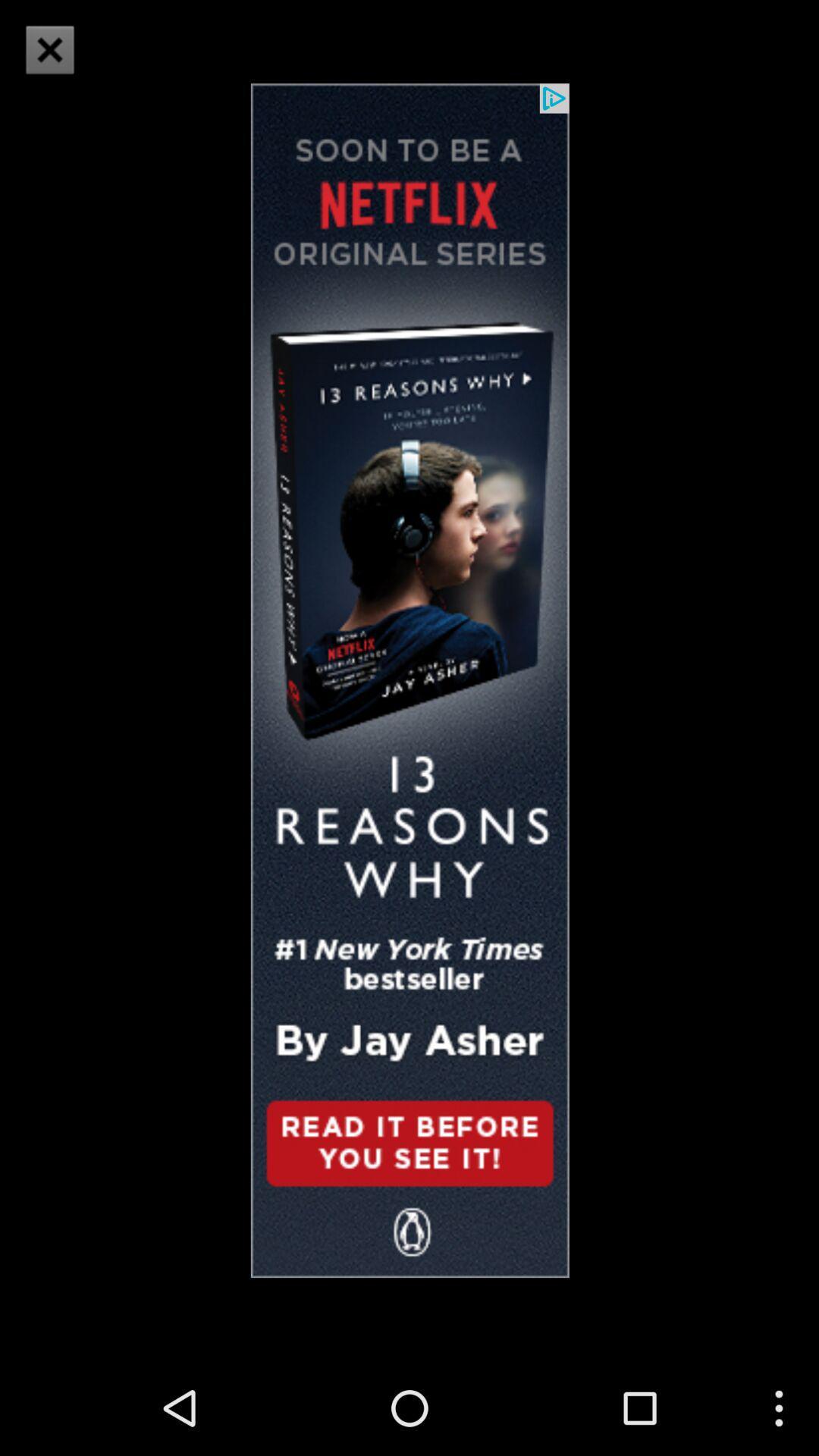 This screenshot has width=819, height=1456. What do you see at coordinates (49, 53) in the screenshot?
I see `the close icon` at bounding box center [49, 53].